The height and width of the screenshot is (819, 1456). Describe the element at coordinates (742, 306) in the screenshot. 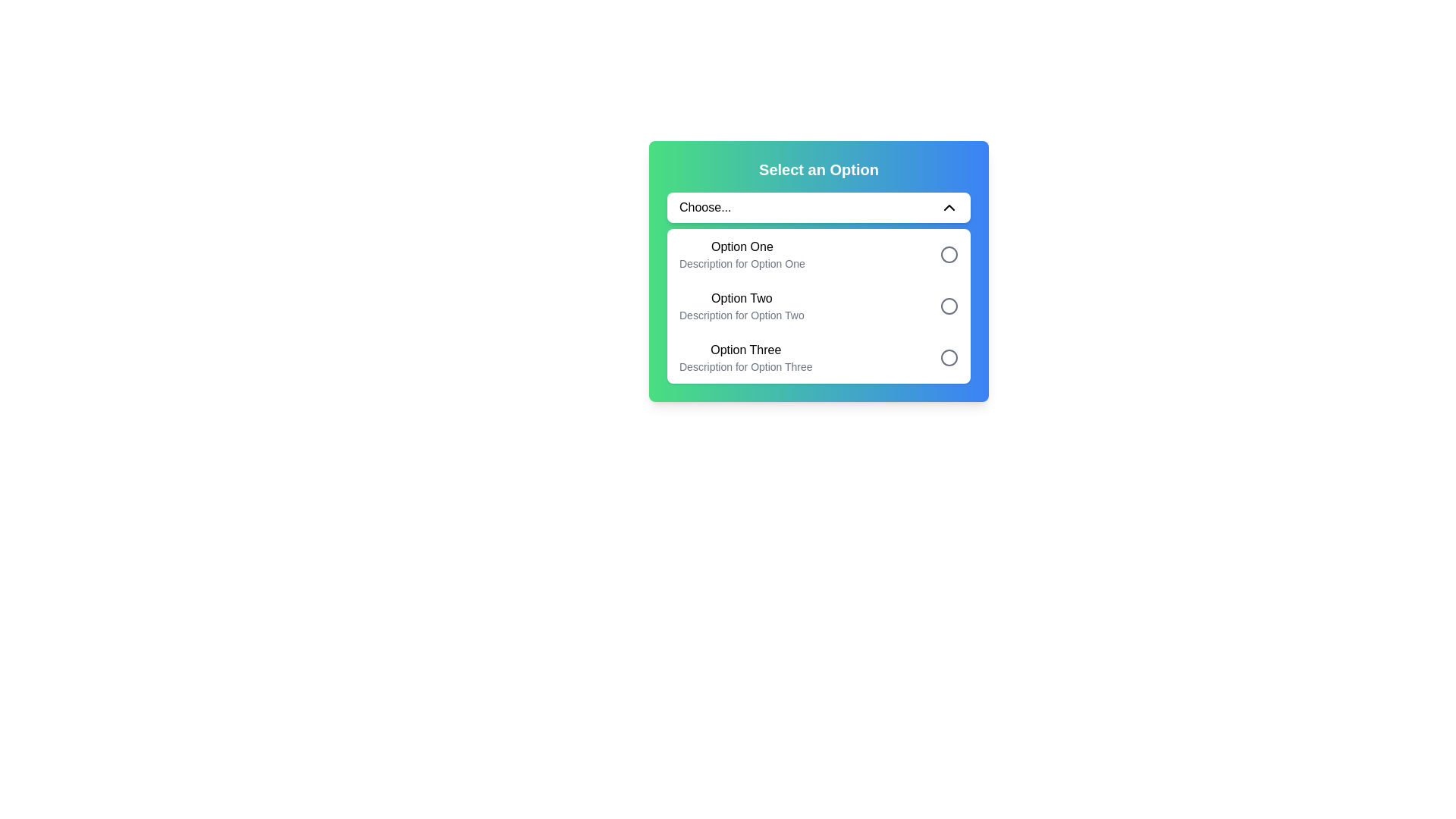

I see `text from the second option in the dropdown menu titled 'Select an Option,' which displays 'Option Two' in bold black font and 'Description for Option Two' in smaller gray text` at that location.